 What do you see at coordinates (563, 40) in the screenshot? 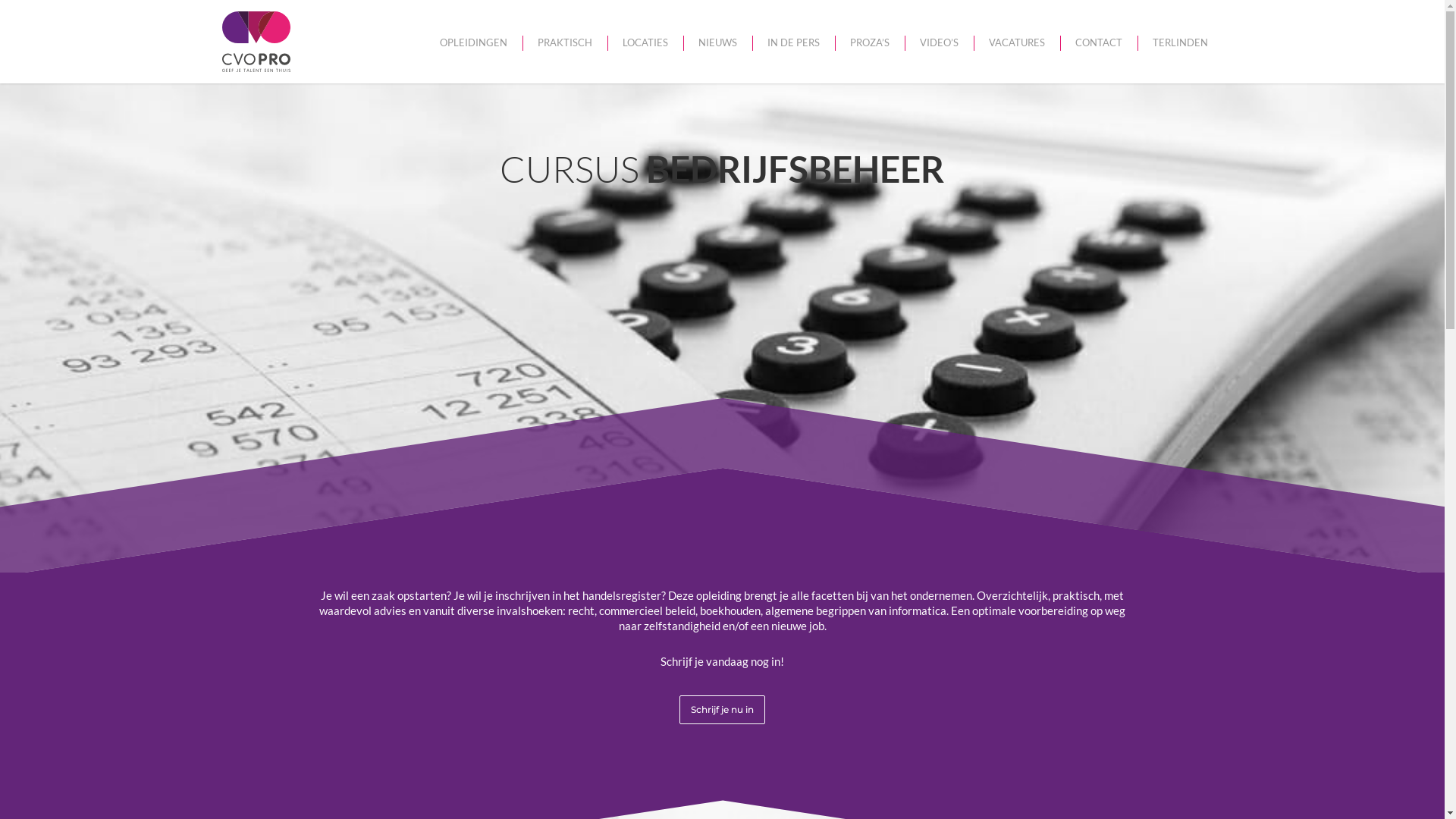
I see `'PRAKTISCH'` at bounding box center [563, 40].